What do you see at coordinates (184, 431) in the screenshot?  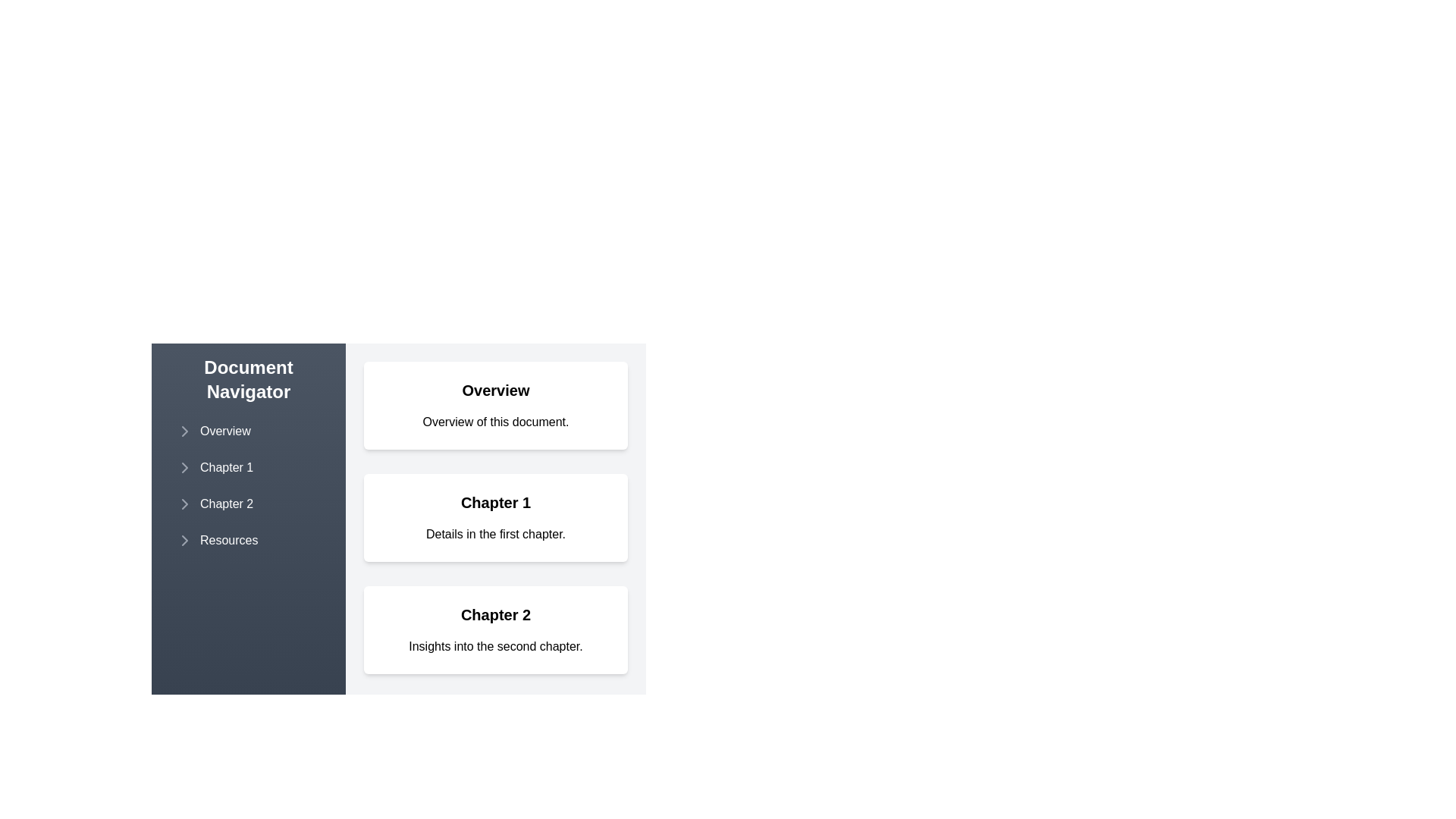 I see `the rightward-pointing chevron arrow icon located next to the 'Overview' text label in the navigation panel to receive visual feedback` at bounding box center [184, 431].